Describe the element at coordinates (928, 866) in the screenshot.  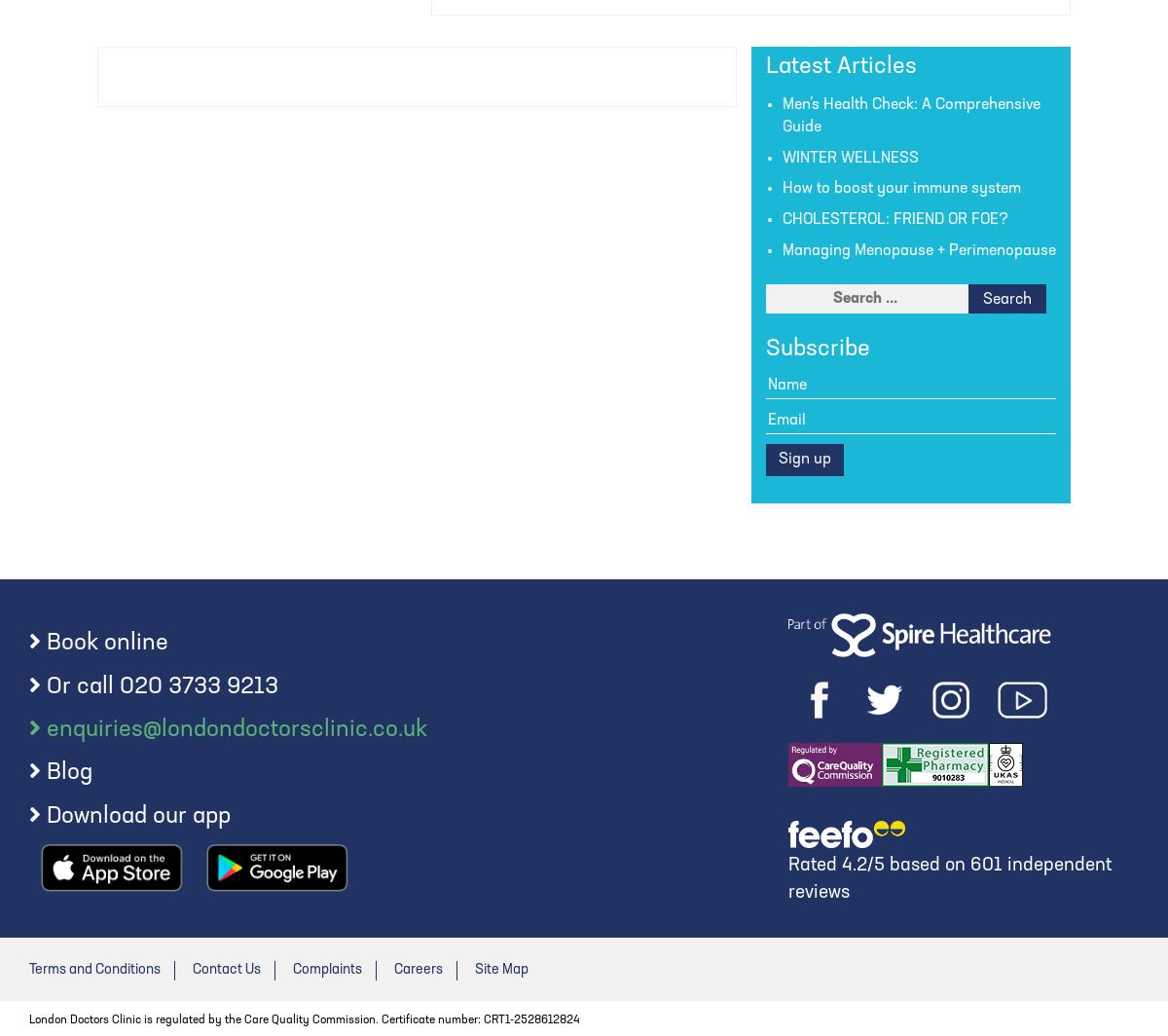
I see `'based on'` at that location.